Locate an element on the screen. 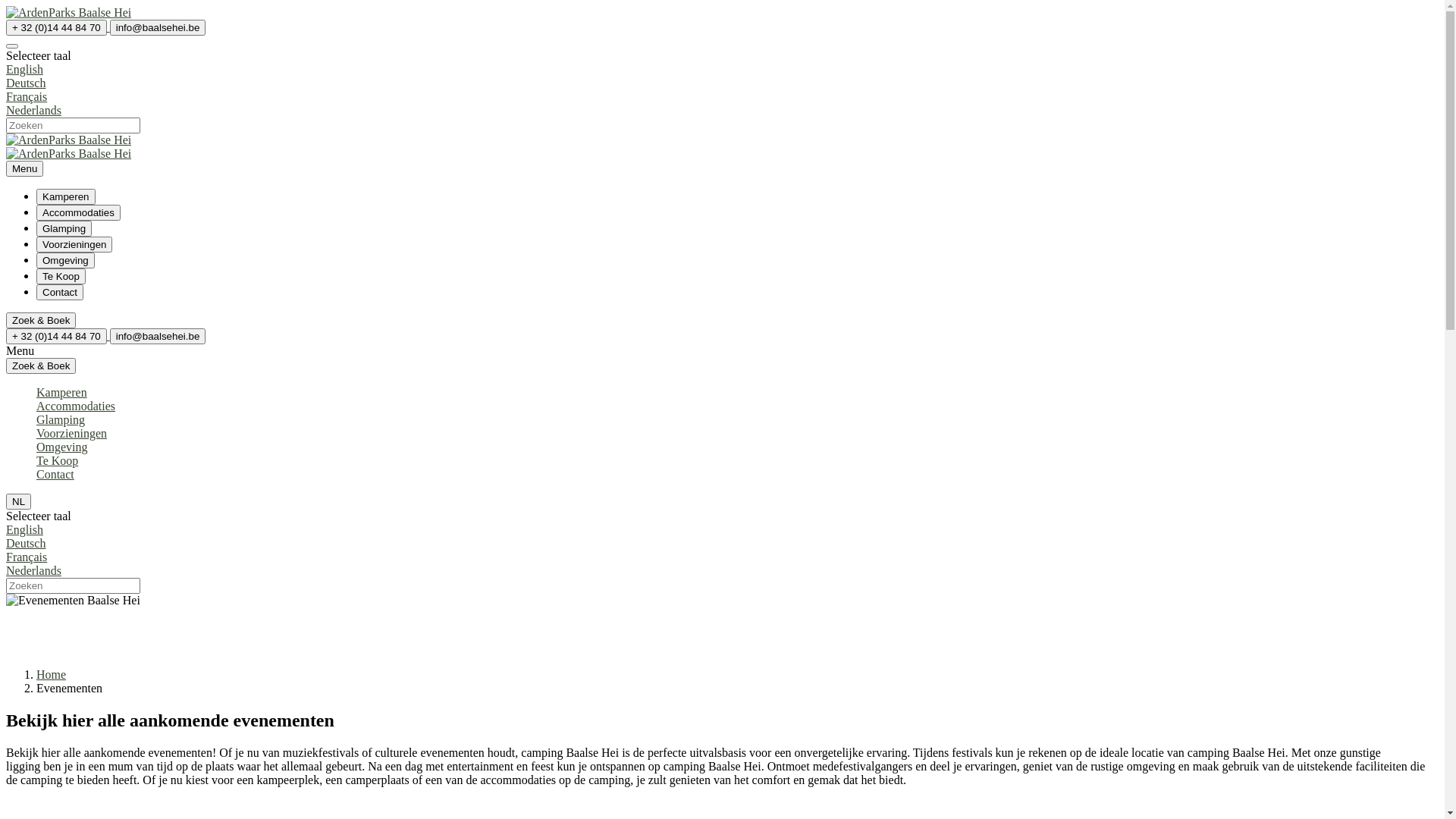  'English' is located at coordinates (6, 69).